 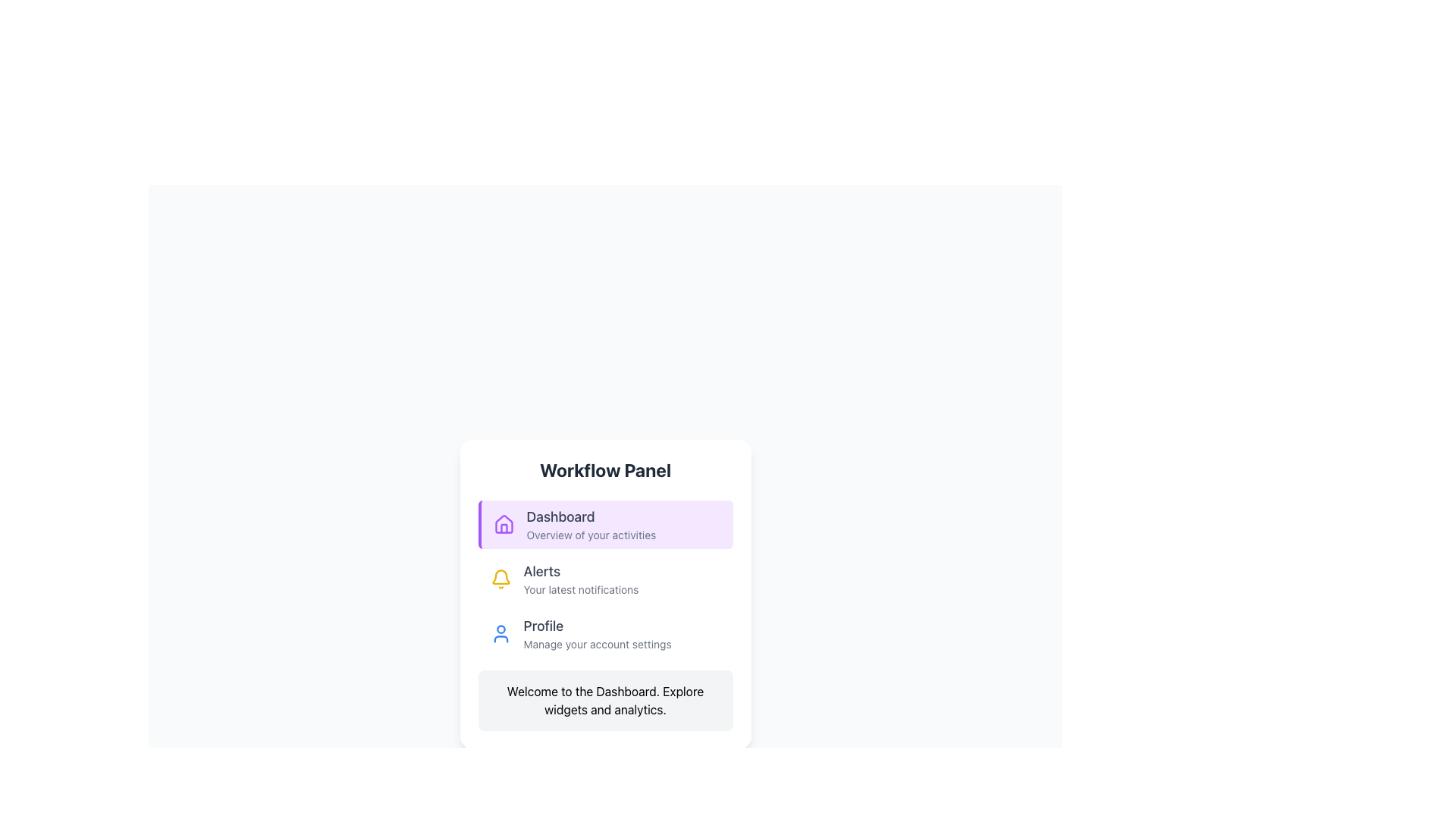 What do you see at coordinates (500, 579) in the screenshot?
I see `the yellow bell-shaped icon representing the 'Alerts' section in the 'Workflow Panel'` at bounding box center [500, 579].